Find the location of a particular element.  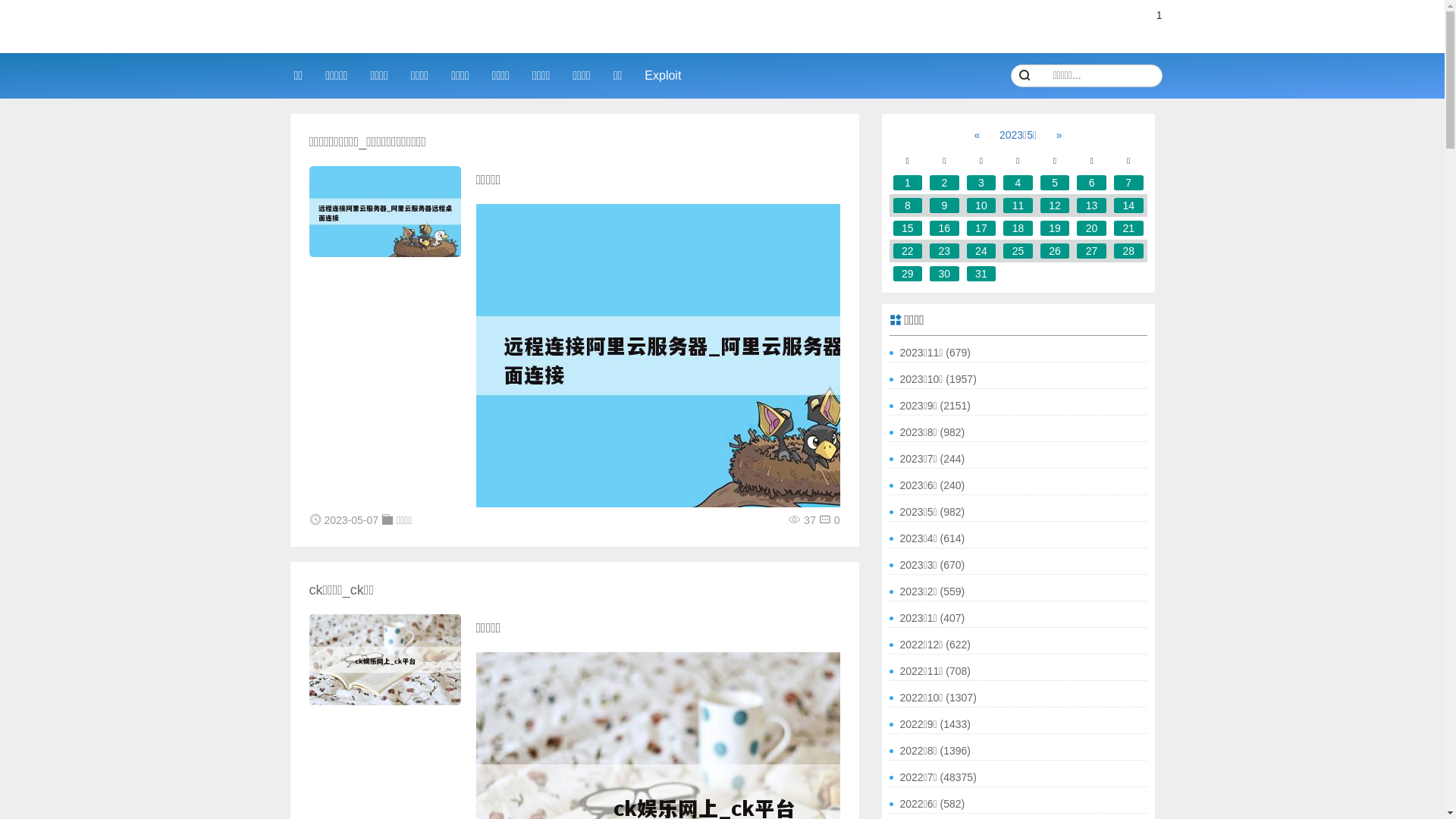

'25' is located at coordinates (1018, 250).